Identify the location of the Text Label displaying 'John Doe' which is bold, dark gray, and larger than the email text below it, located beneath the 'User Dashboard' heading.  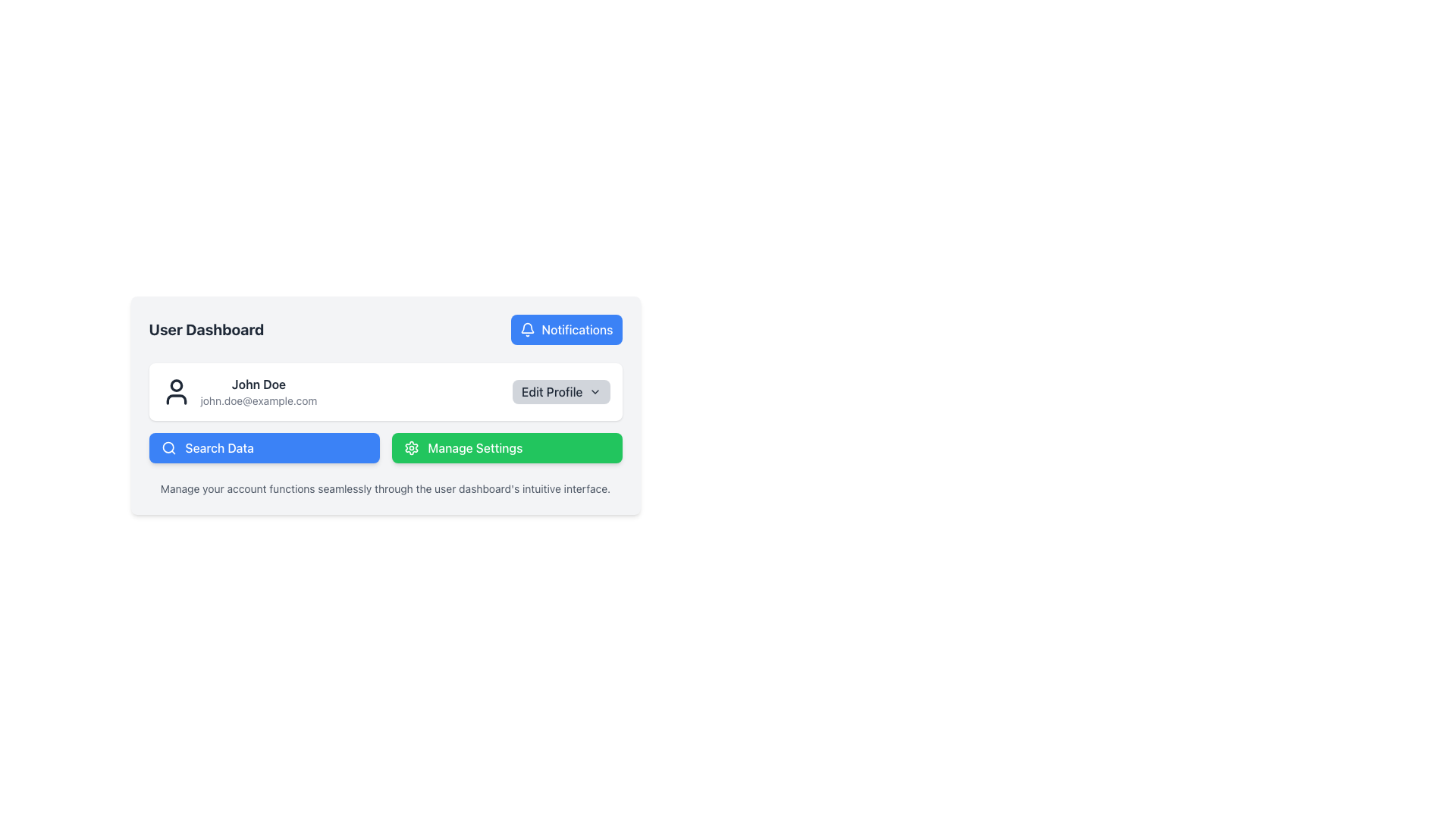
(259, 383).